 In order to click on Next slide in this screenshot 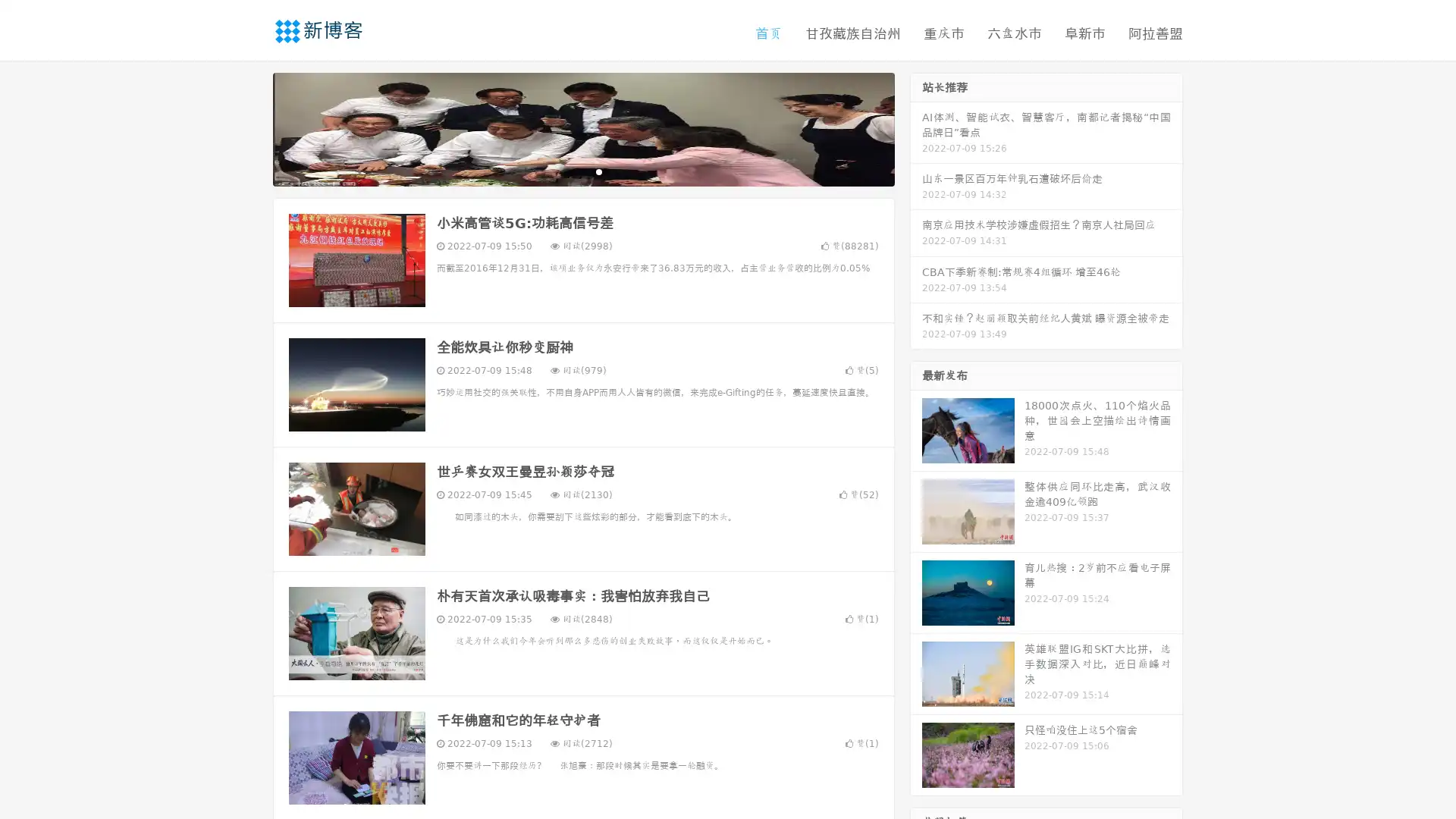, I will do `click(916, 127)`.